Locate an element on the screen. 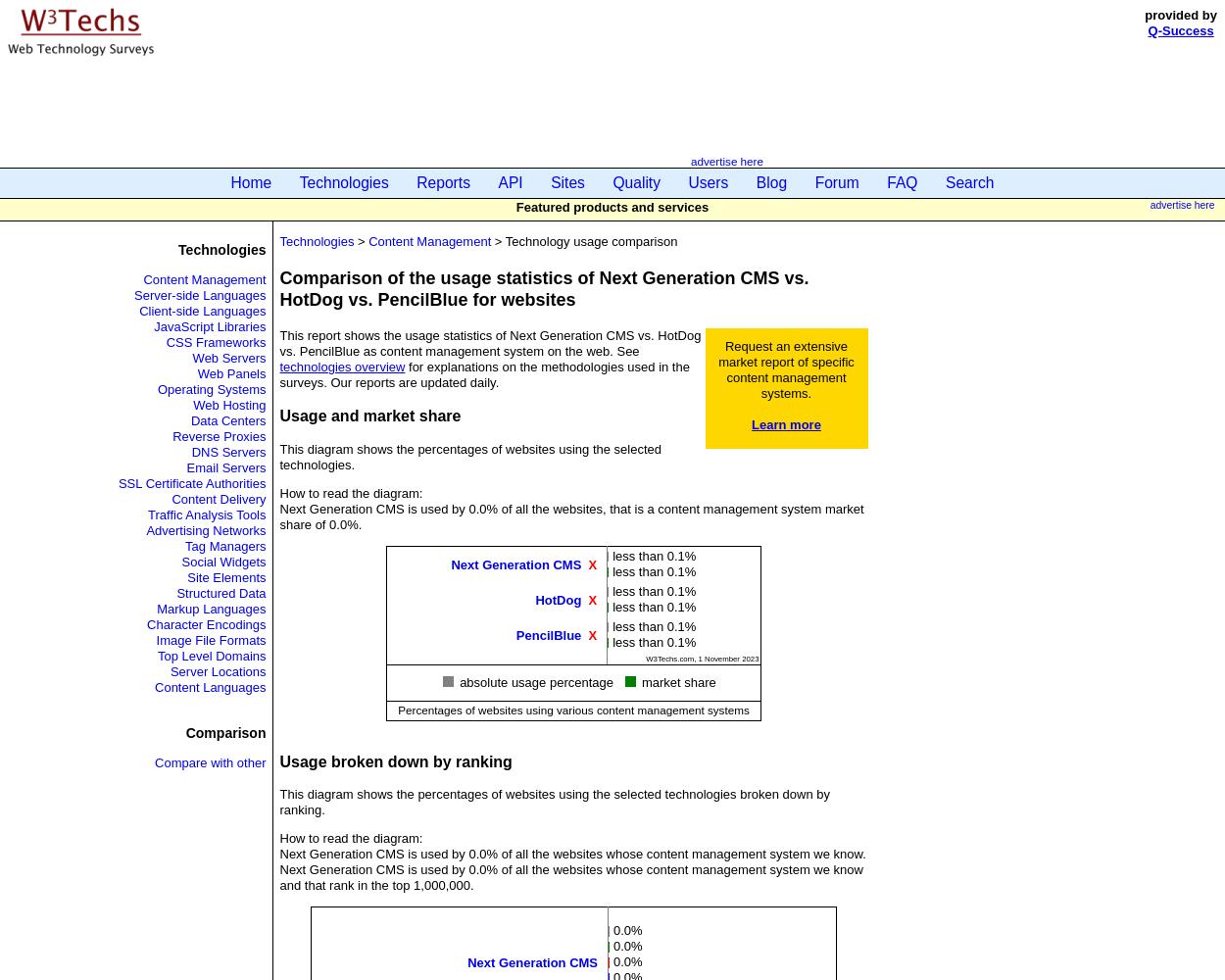  'SSL Certificate Authorities' is located at coordinates (190, 481).